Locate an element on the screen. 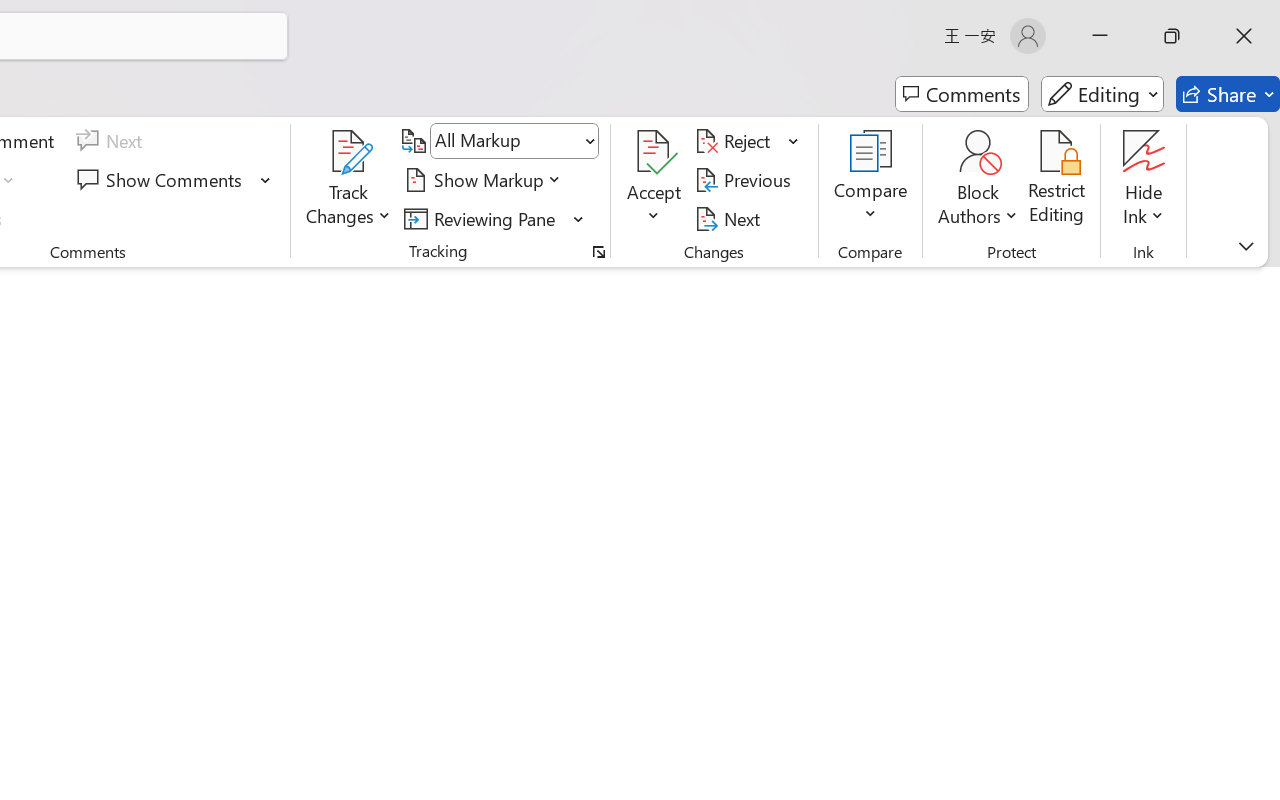  'Restrict Editing' is located at coordinates (1056, 179).